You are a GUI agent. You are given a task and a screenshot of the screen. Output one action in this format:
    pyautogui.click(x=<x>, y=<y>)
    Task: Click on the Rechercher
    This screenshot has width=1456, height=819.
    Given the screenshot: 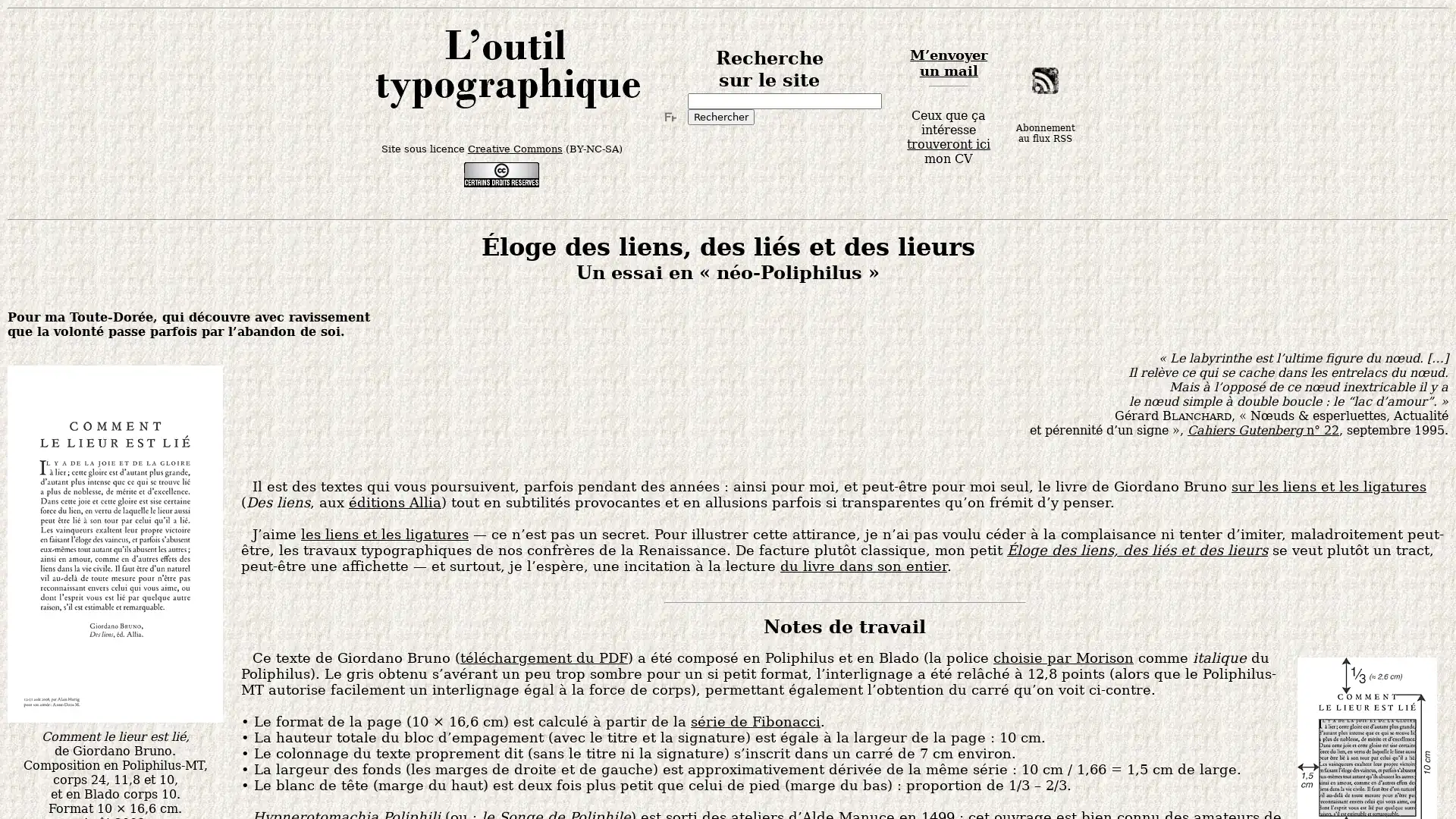 What is the action you would take?
    pyautogui.click(x=720, y=116)
    